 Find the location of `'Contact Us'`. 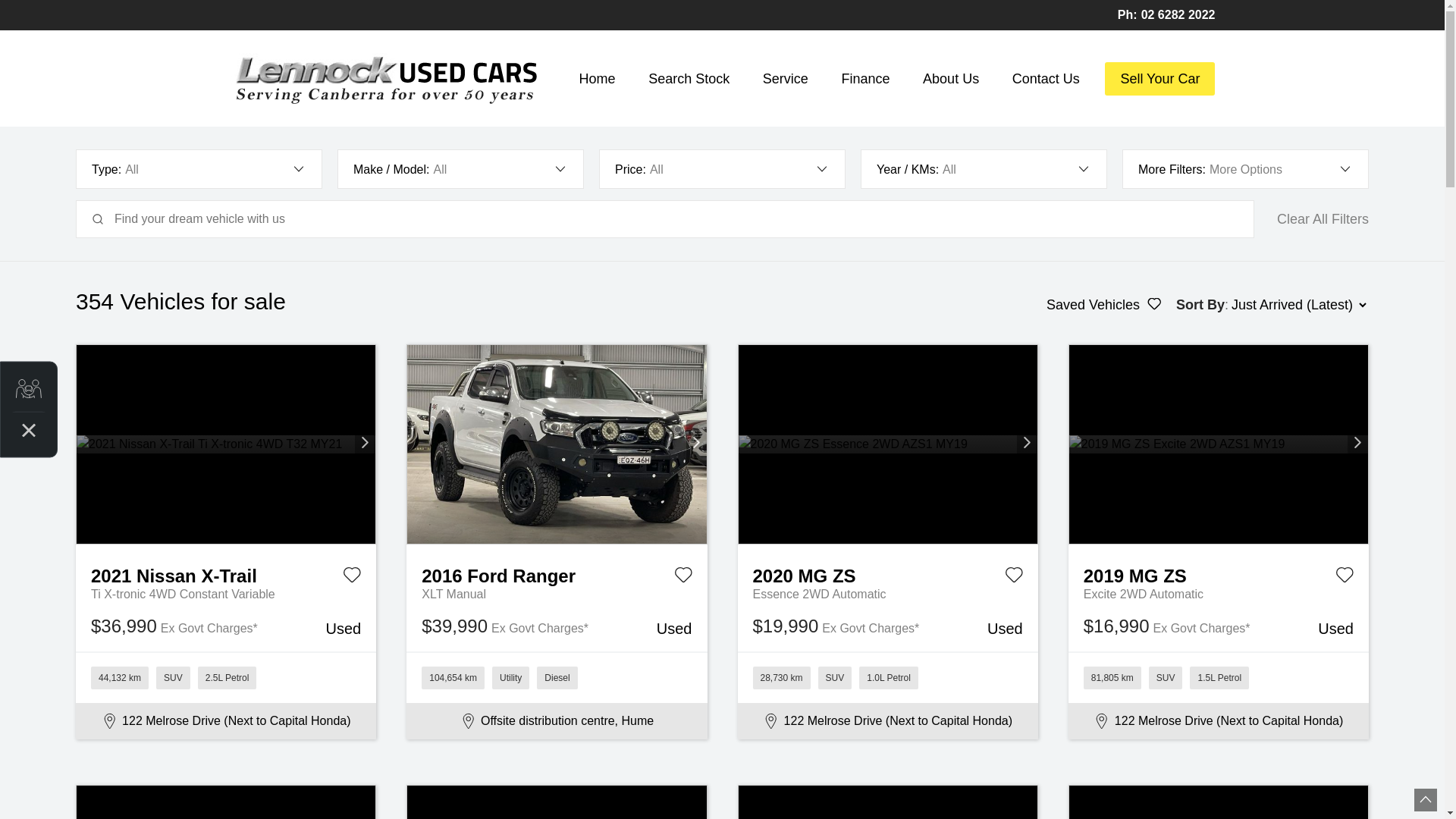

'Contact Us' is located at coordinates (1045, 79).